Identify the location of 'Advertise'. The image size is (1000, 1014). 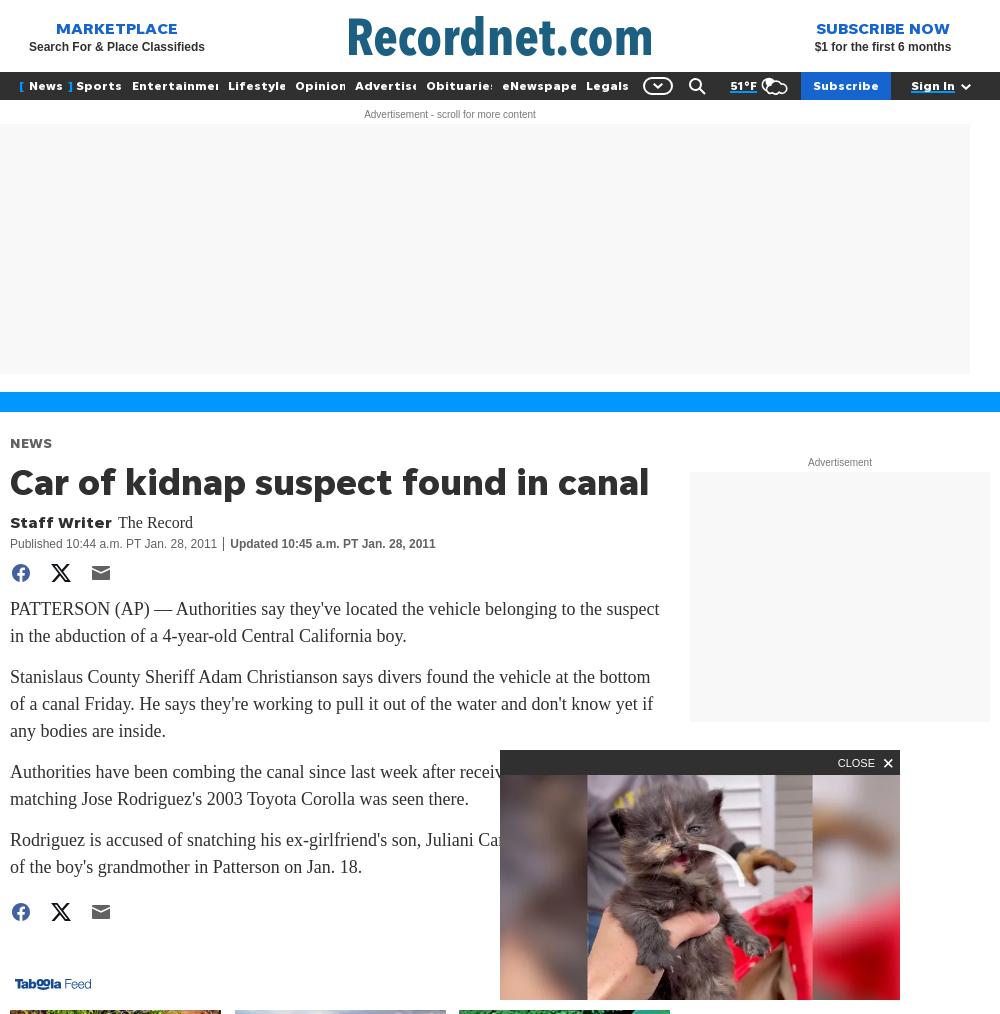
(354, 84).